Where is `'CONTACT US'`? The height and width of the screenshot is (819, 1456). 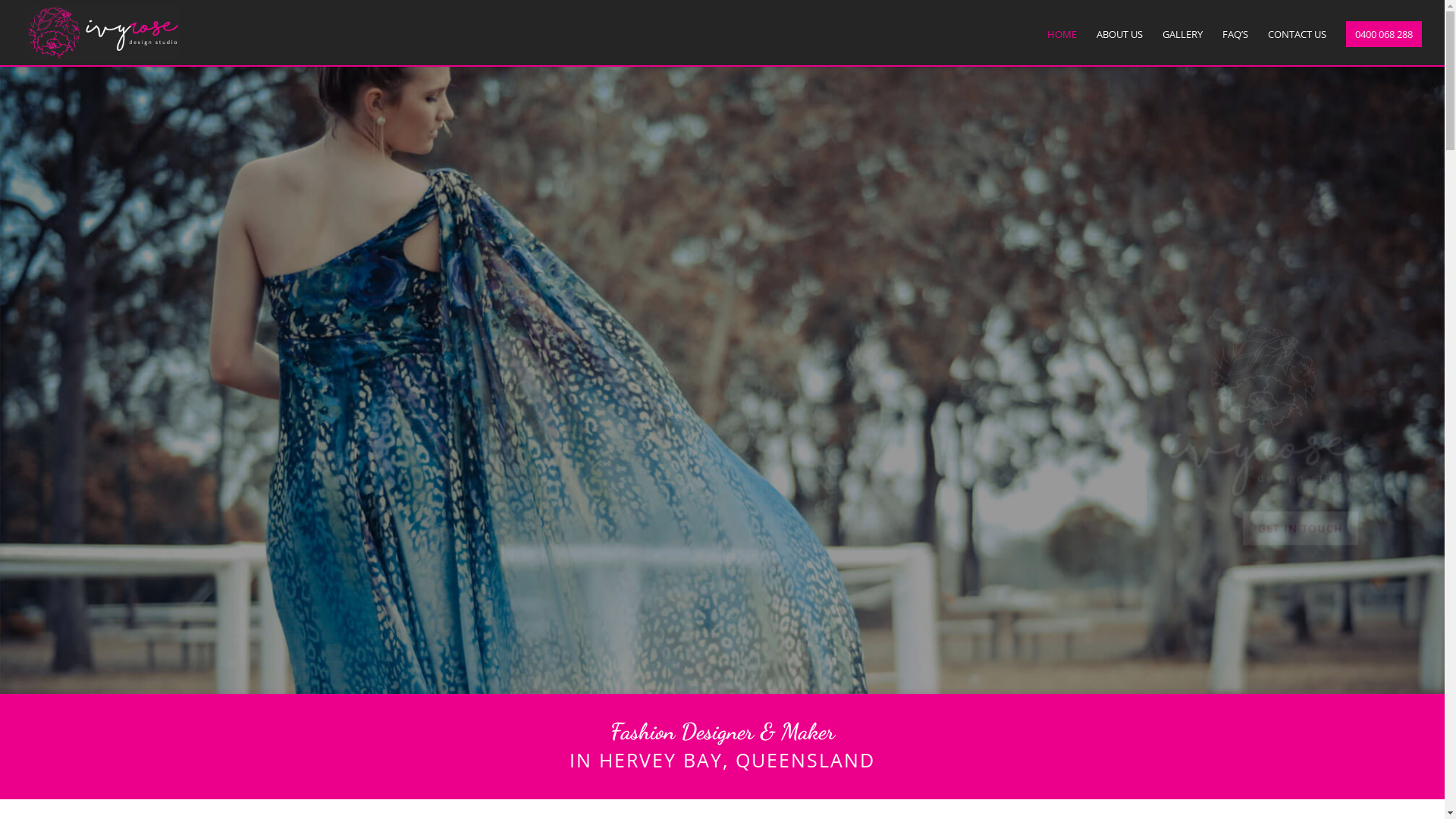 'CONTACT US' is located at coordinates (1296, 43).